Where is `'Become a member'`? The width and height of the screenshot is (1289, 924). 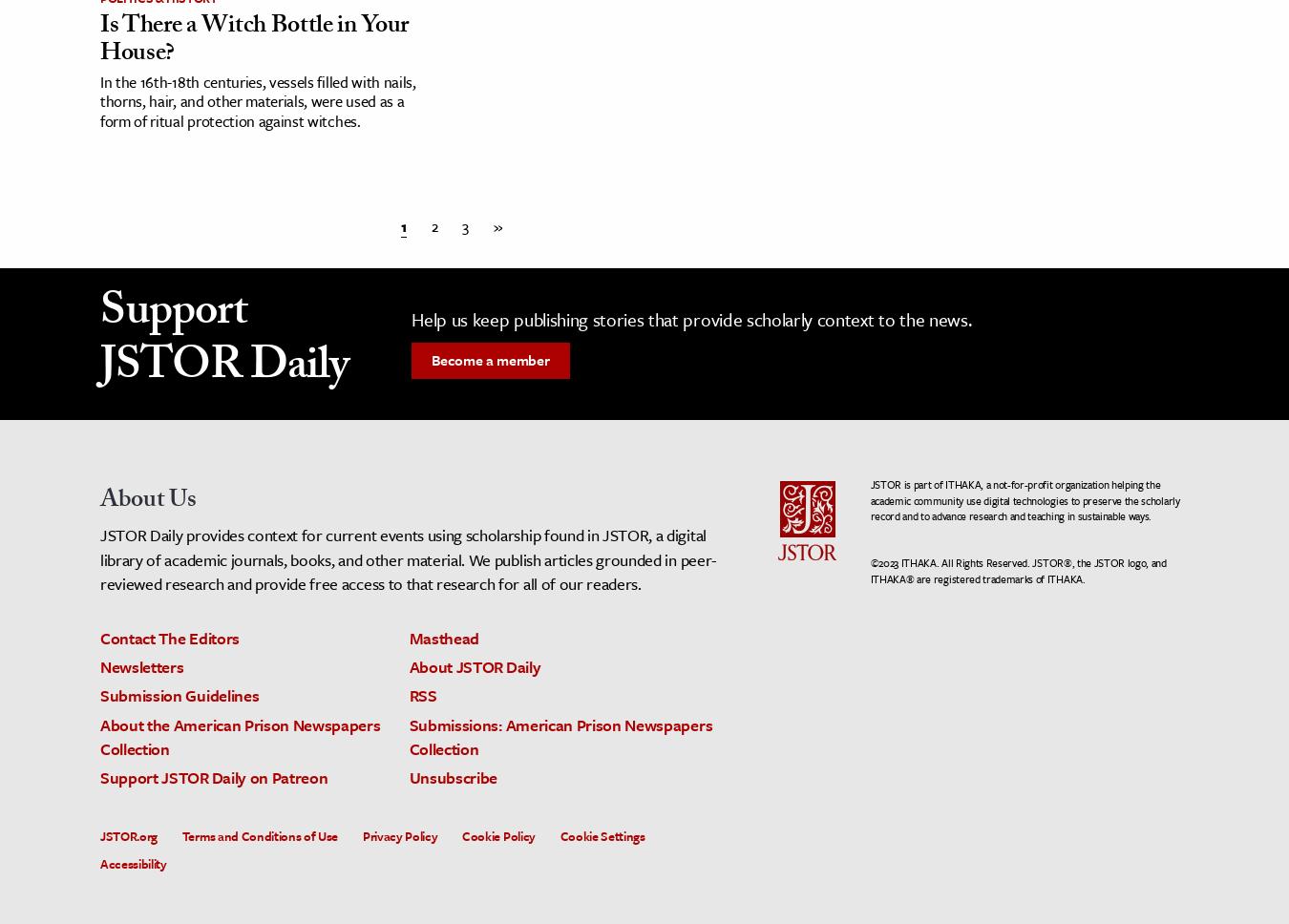 'Become a member' is located at coordinates (489, 359).